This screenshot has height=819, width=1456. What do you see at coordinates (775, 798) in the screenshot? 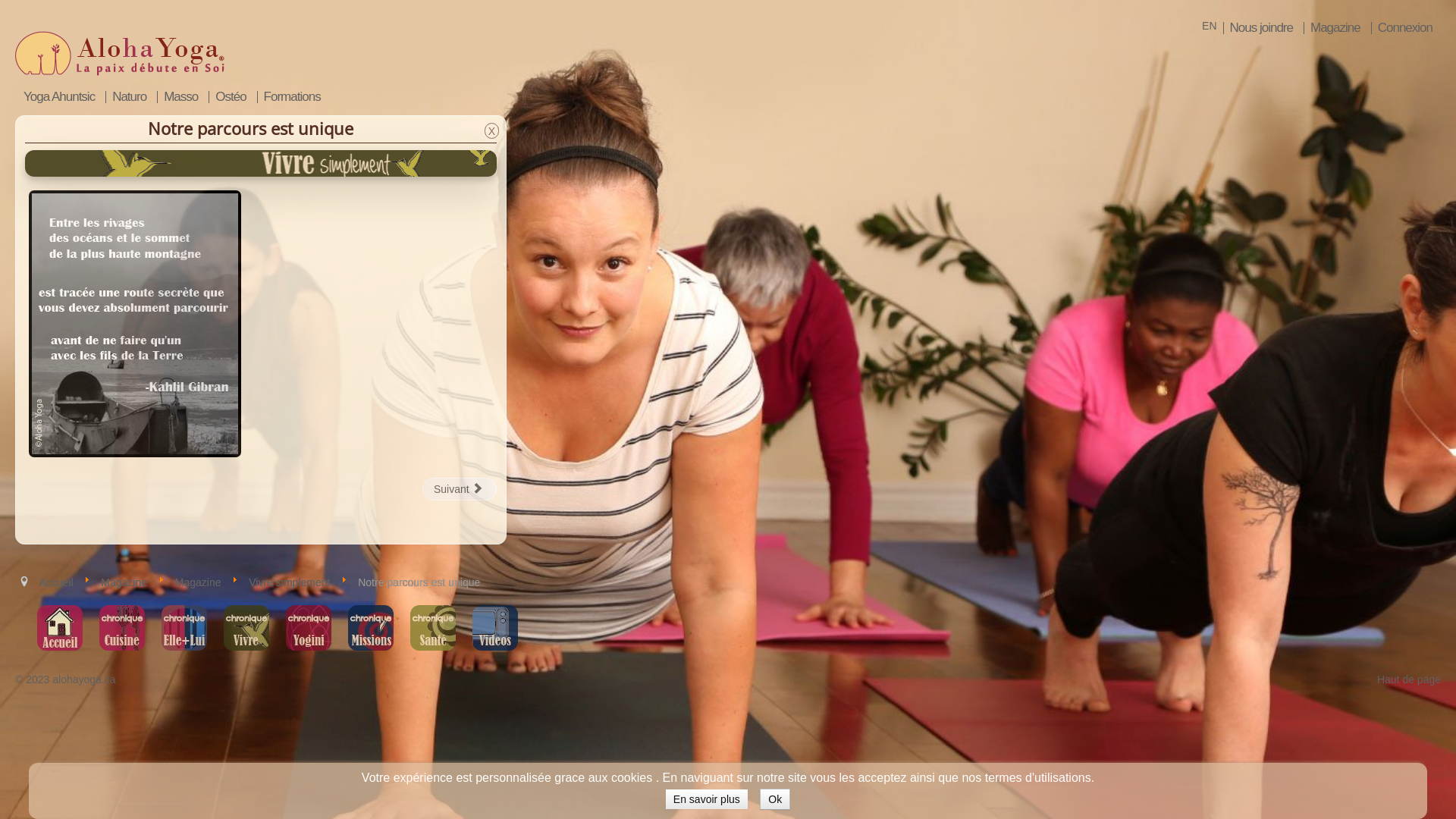
I see `'Ok'` at bounding box center [775, 798].